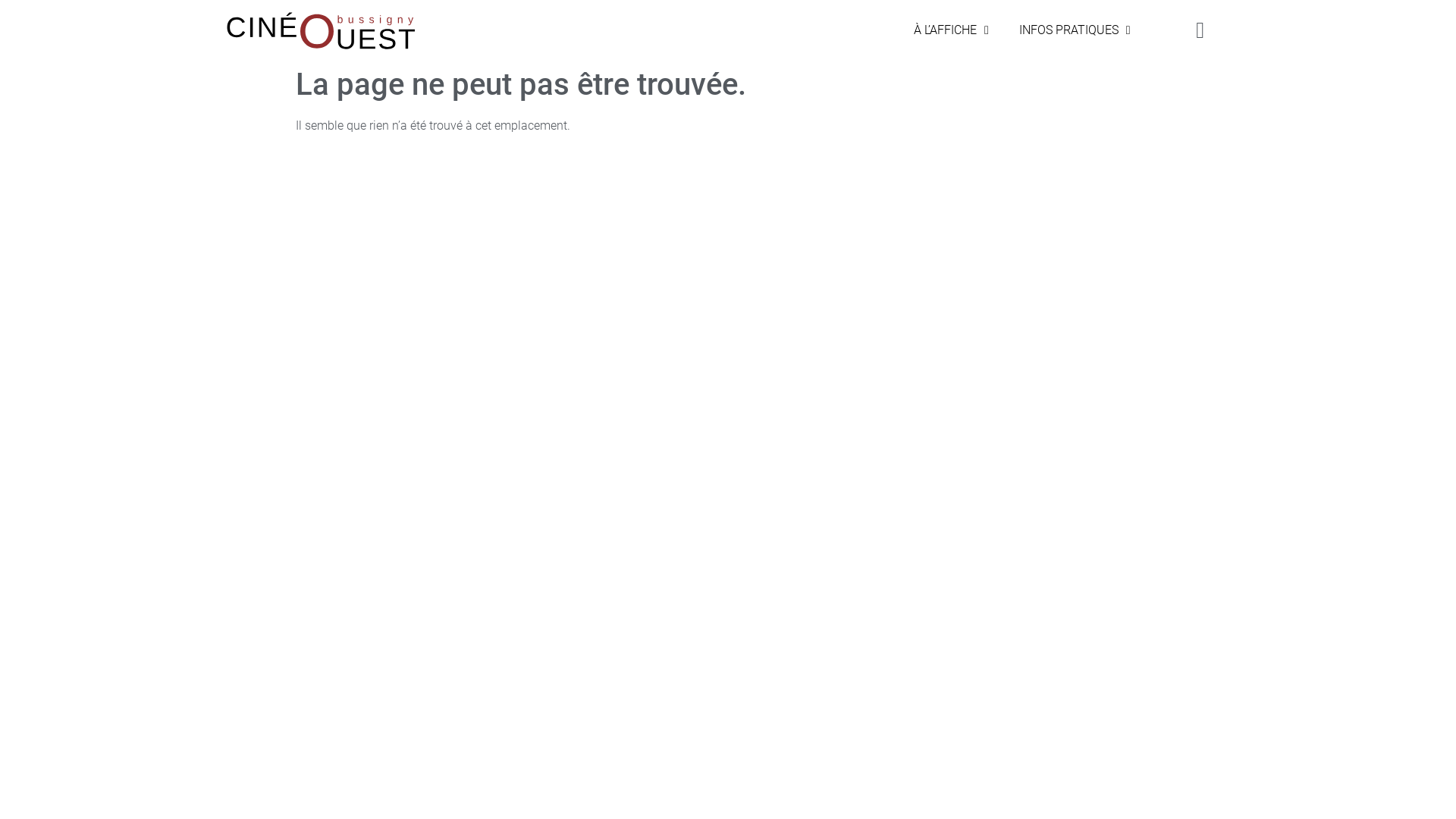 The height and width of the screenshot is (819, 1456). What do you see at coordinates (1074, 30) in the screenshot?
I see `'INFOS PRATIQUES'` at bounding box center [1074, 30].